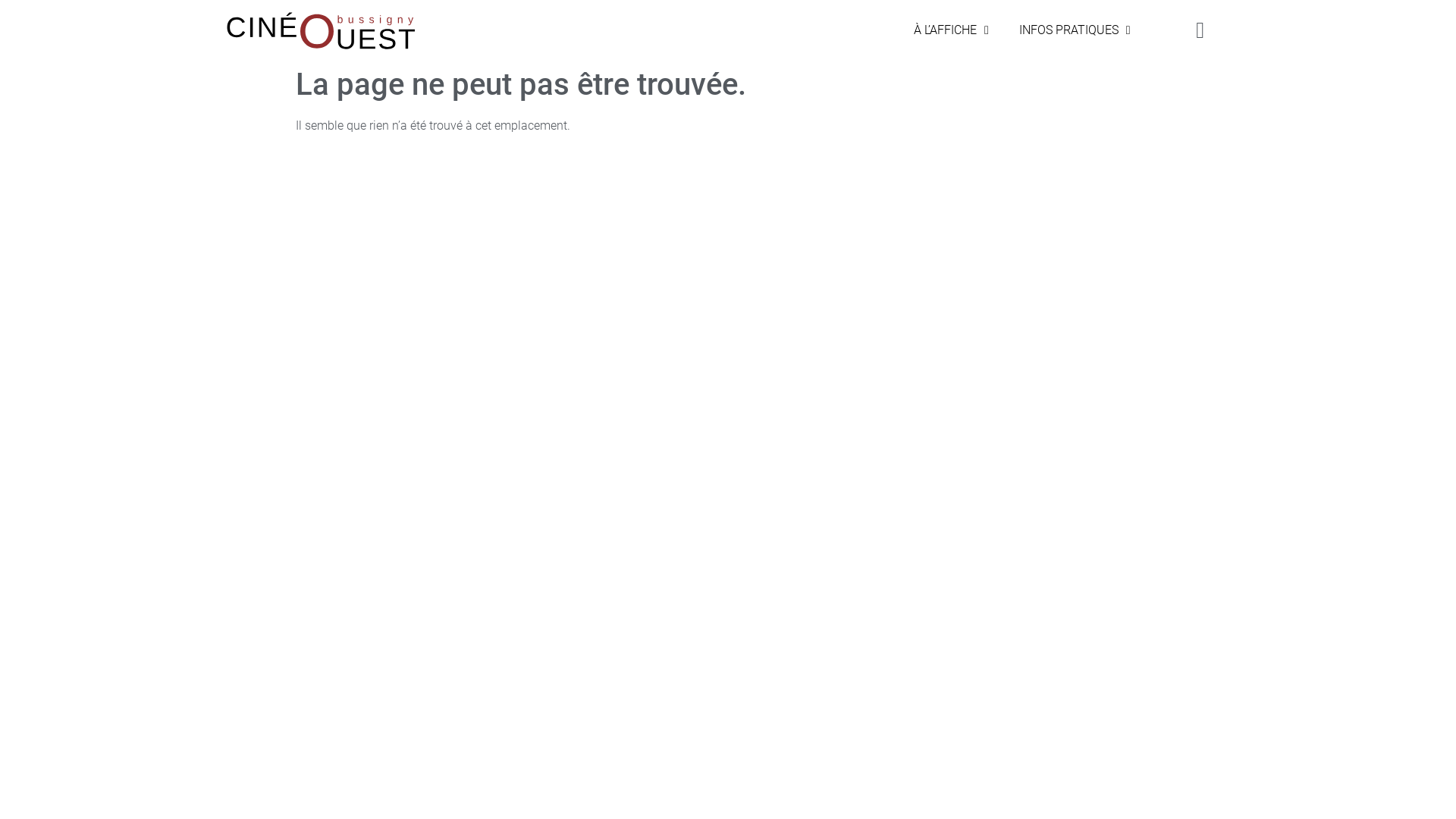 The height and width of the screenshot is (819, 1456). What do you see at coordinates (1074, 30) in the screenshot?
I see `'INFOS PRATIQUES'` at bounding box center [1074, 30].